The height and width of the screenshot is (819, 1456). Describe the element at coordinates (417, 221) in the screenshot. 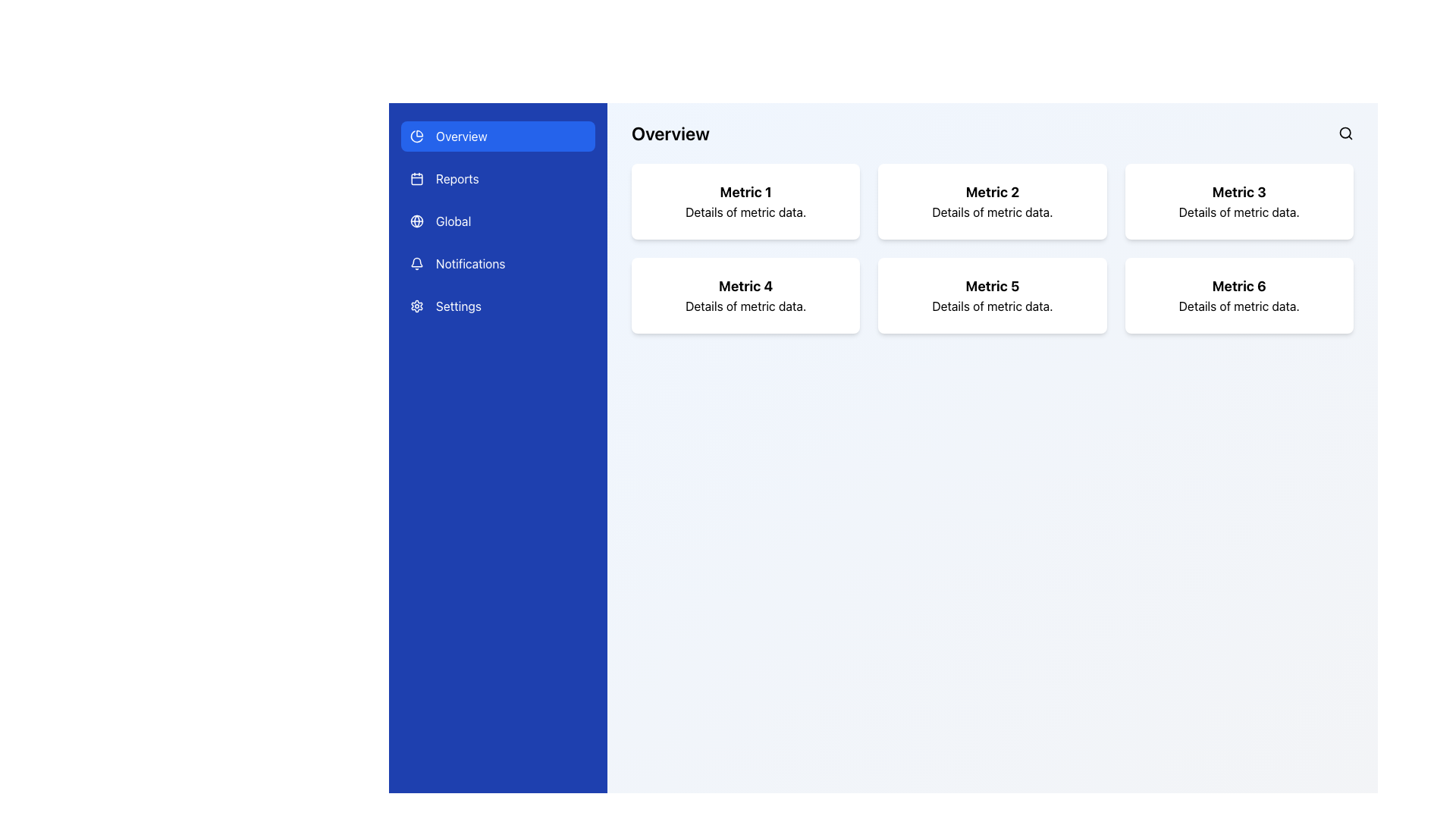

I see `the central curved line of the globe icon located in the navigation bar next to the 'Global' text` at that location.